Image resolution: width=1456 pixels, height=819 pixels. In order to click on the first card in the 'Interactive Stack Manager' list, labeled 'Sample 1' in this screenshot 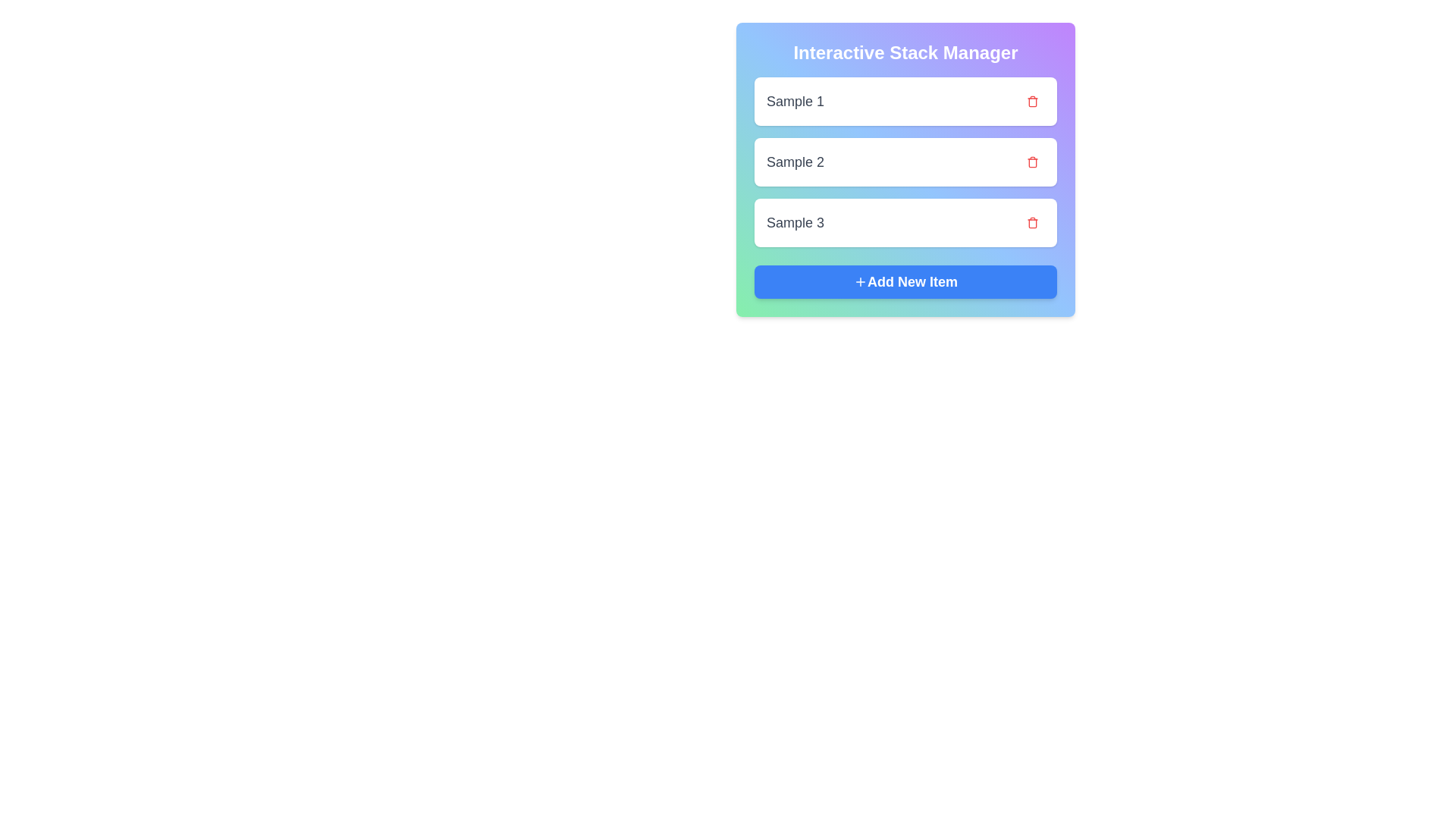, I will do `click(905, 102)`.